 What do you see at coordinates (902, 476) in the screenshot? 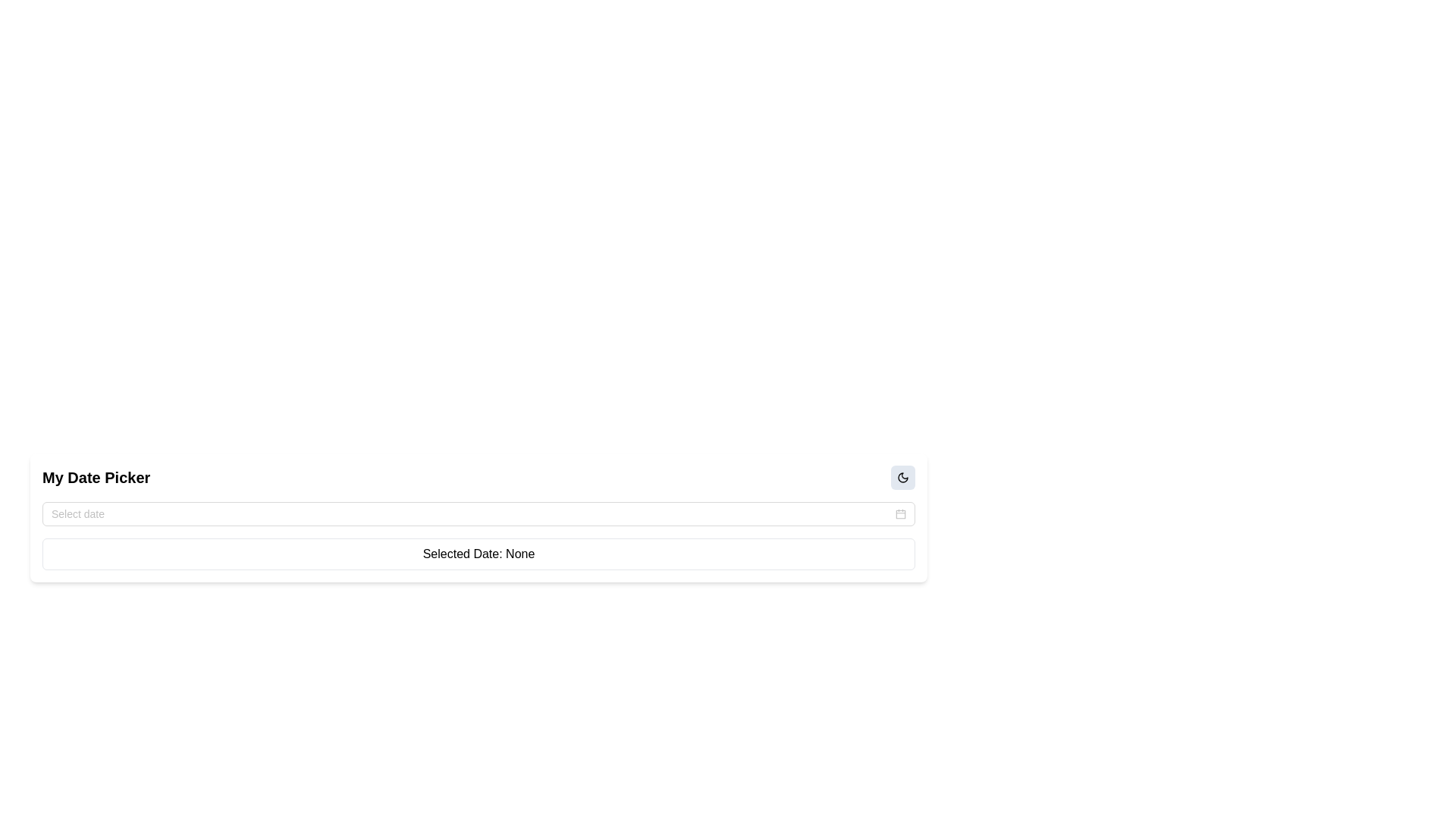
I see `the moon icon in the top-right corner of the date picker UI component` at bounding box center [902, 476].